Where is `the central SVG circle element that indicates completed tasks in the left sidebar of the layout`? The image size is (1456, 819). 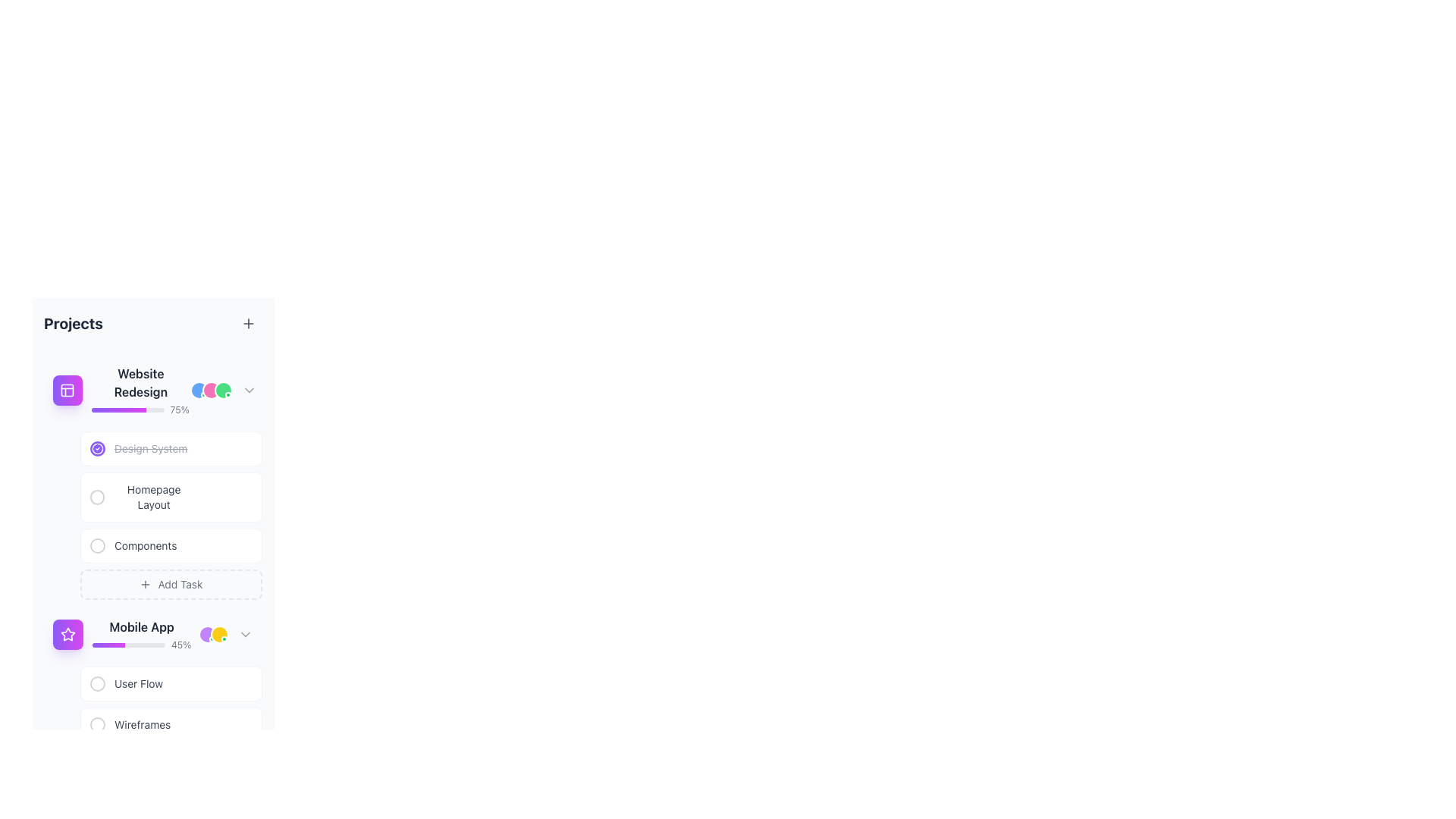
the central SVG circle element that indicates completed tasks in the left sidebar of the layout is located at coordinates (97, 447).